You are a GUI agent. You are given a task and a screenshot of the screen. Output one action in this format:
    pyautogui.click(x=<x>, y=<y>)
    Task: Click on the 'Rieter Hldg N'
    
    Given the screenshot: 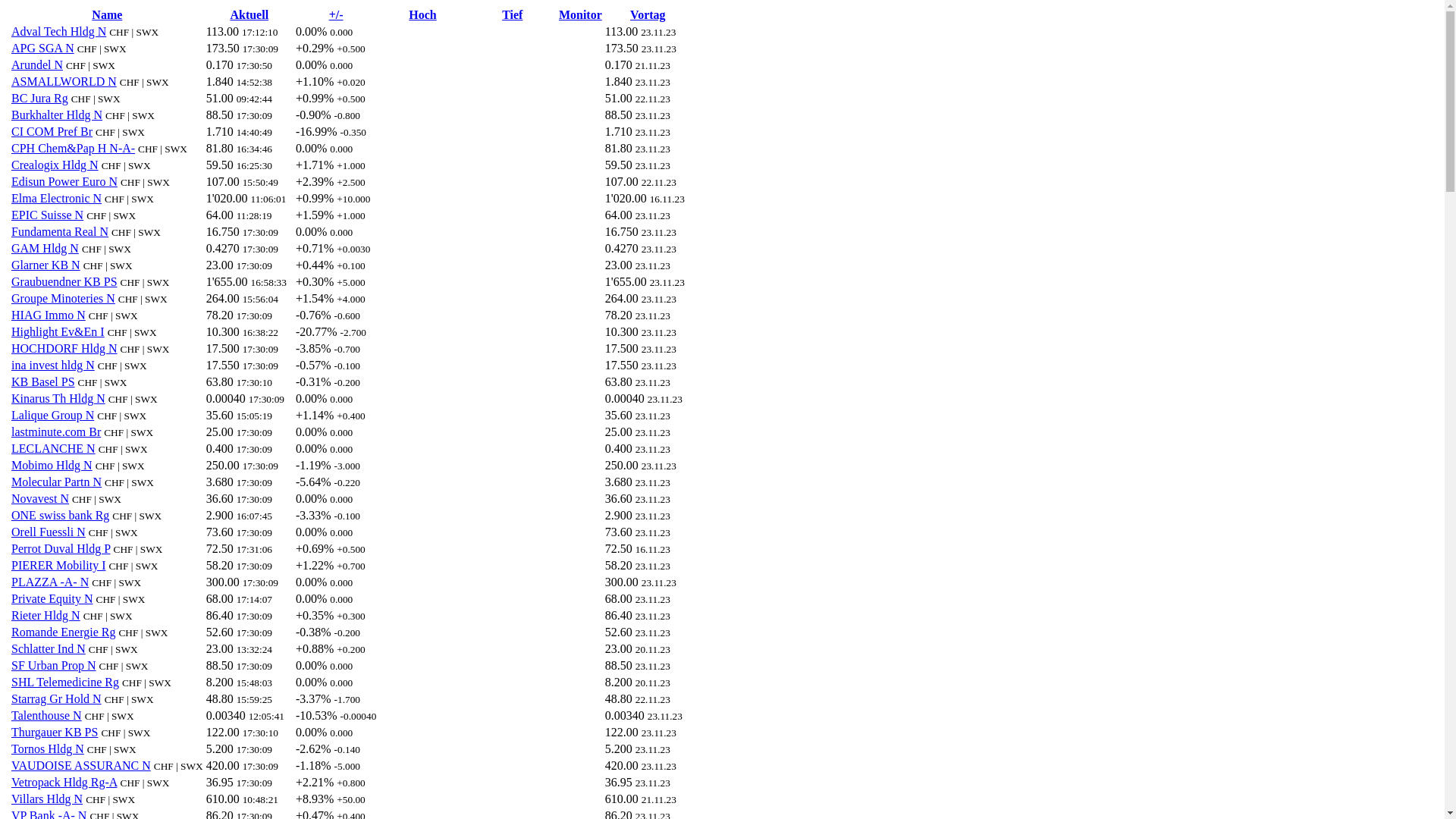 What is the action you would take?
    pyautogui.click(x=45, y=615)
    